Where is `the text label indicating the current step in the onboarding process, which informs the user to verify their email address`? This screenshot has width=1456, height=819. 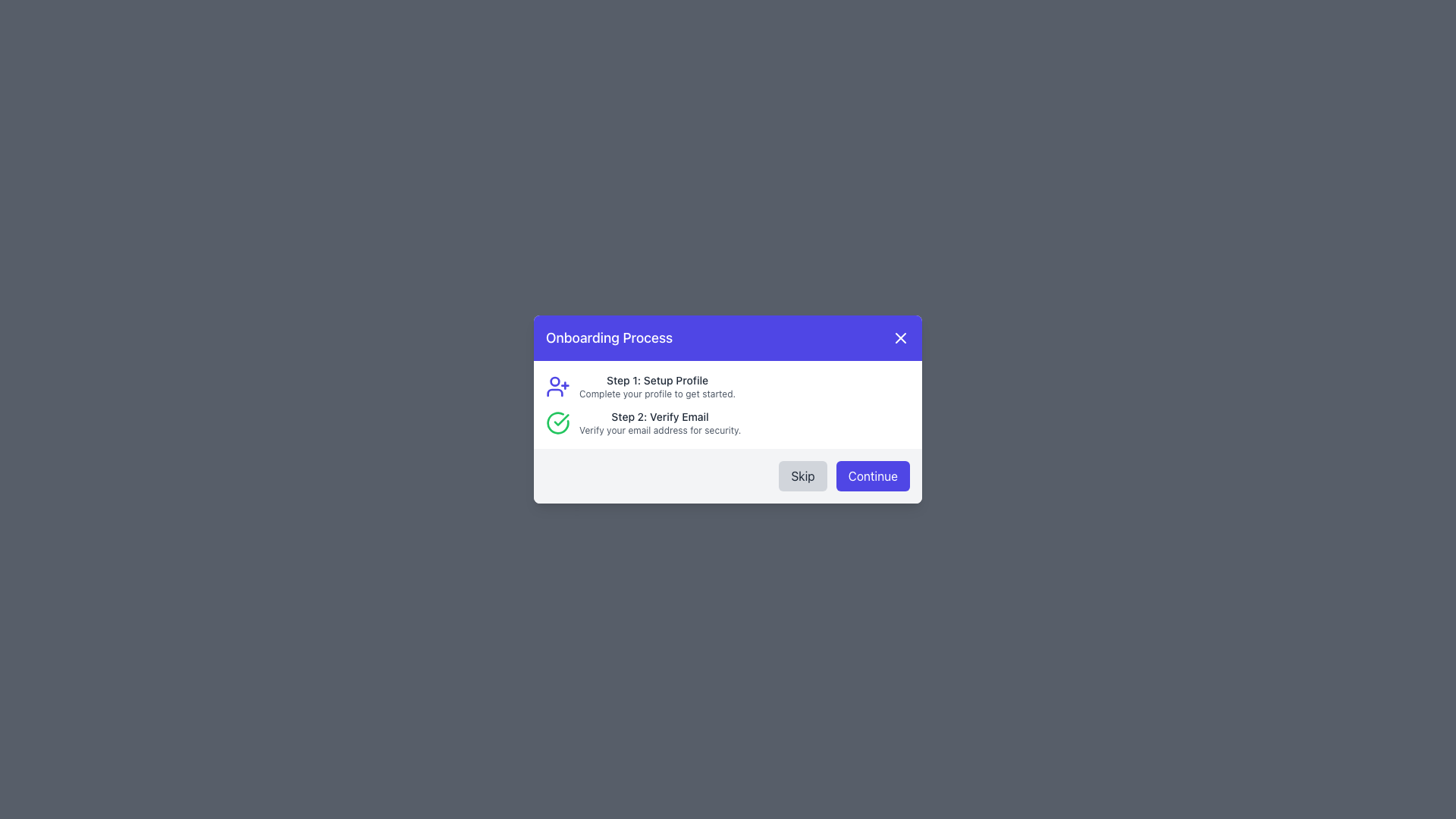 the text label indicating the current step in the onboarding process, which informs the user to verify their email address is located at coordinates (660, 417).